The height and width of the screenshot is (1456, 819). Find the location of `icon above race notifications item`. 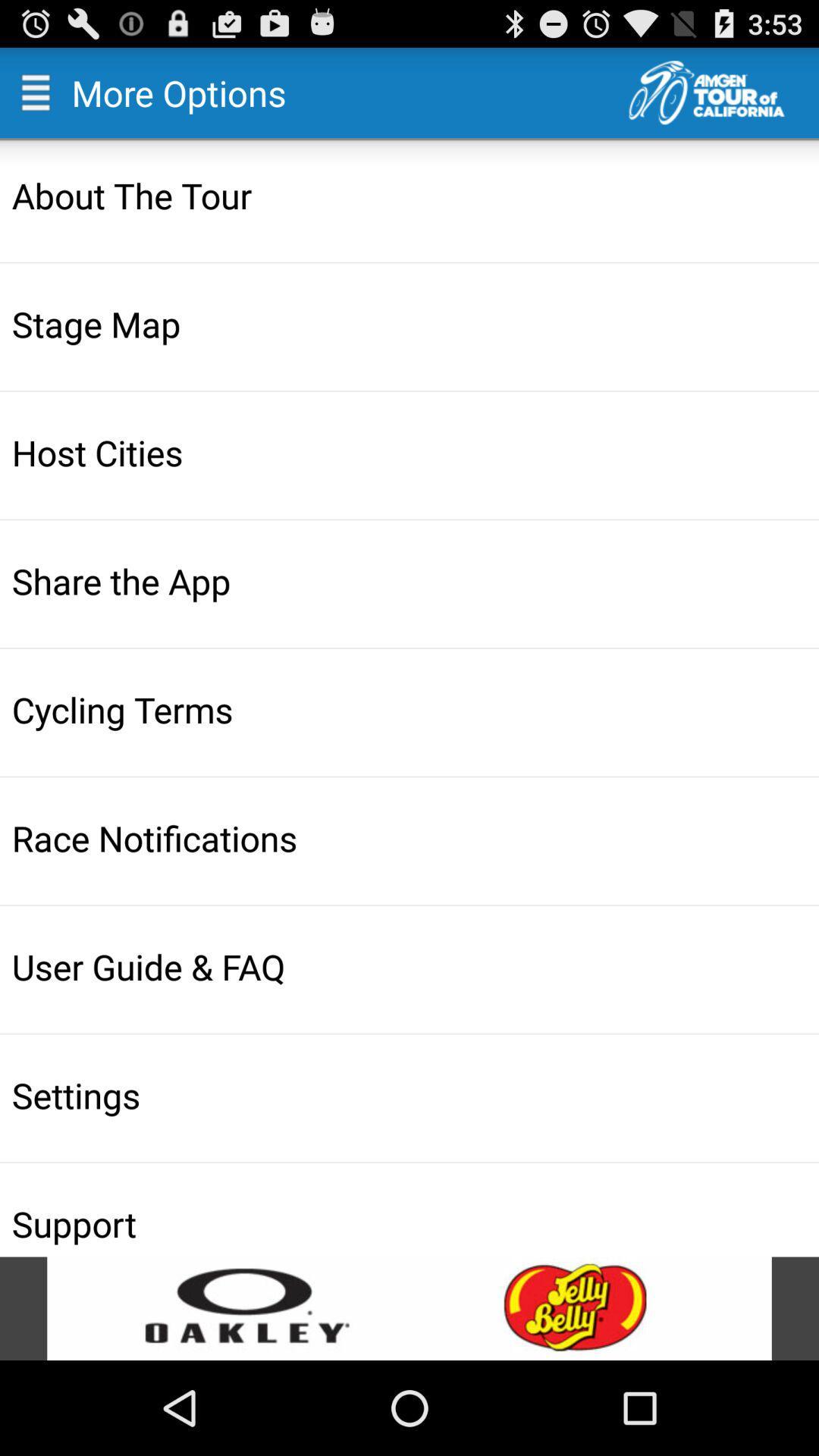

icon above race notifications item is located at coordinates (411, 708).